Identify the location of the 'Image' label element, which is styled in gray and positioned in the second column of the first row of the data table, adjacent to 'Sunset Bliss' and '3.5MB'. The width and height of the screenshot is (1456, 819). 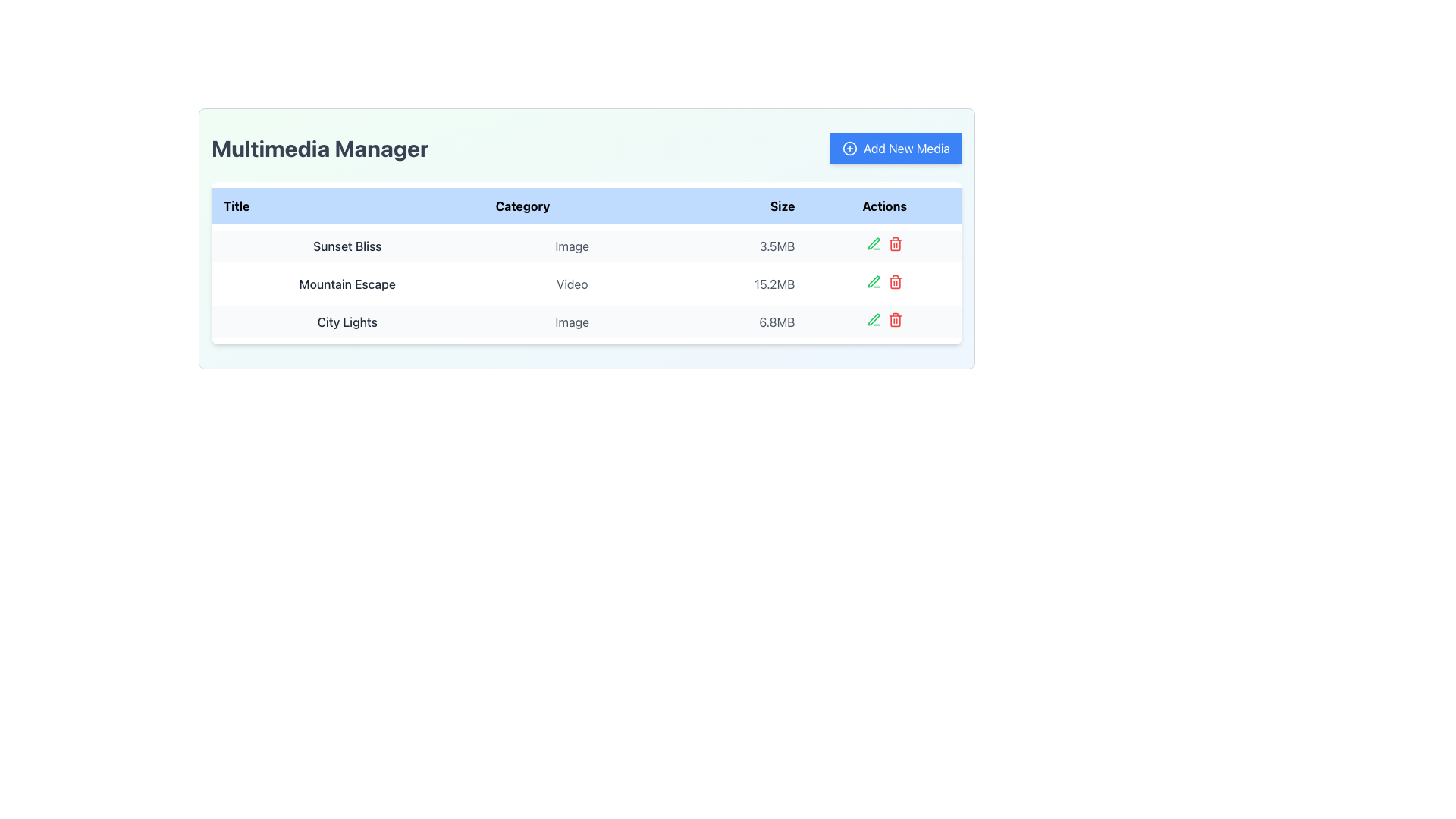
(571, 245).